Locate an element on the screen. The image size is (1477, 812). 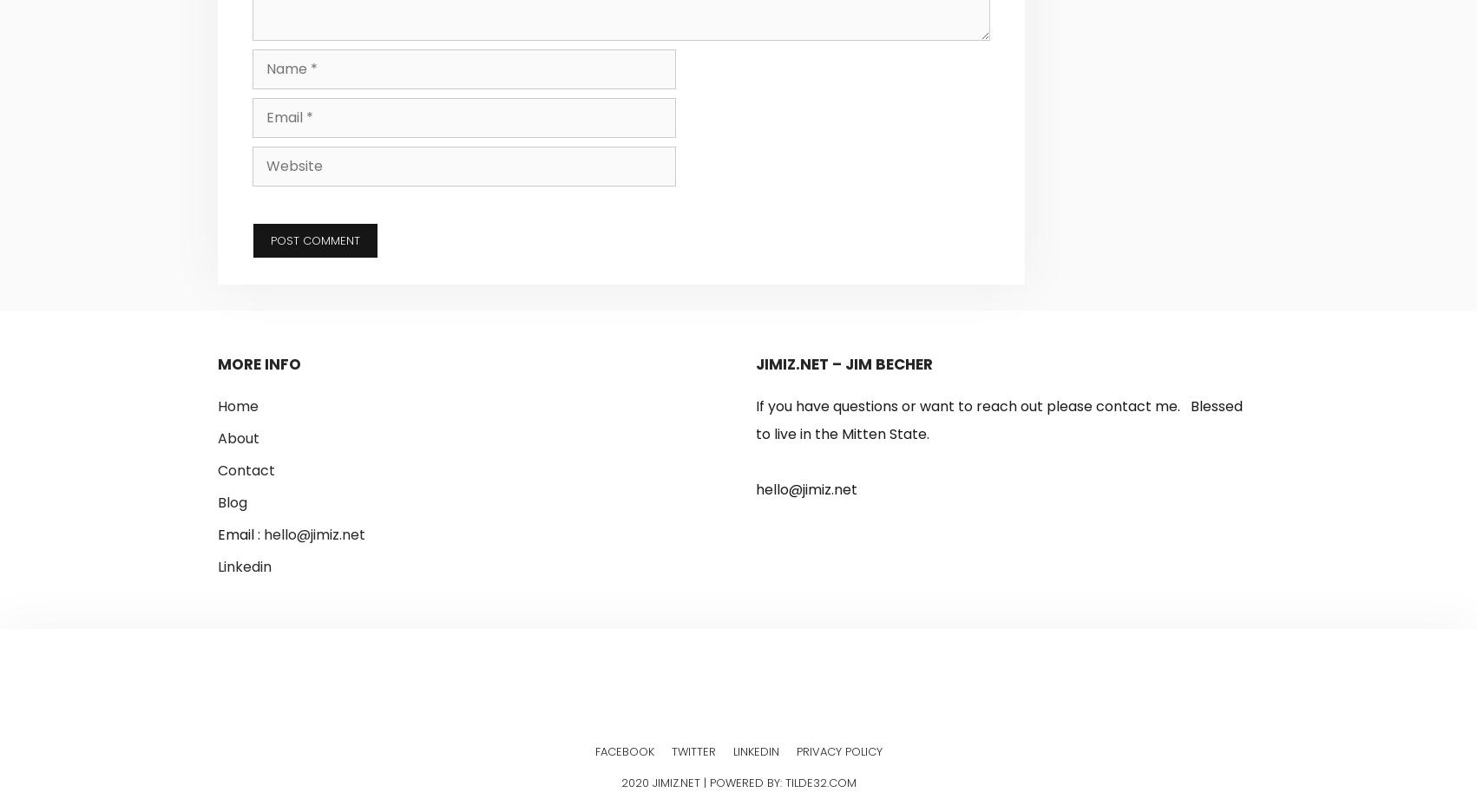
'Privacy Policy' is located at coordinates (838, 750).